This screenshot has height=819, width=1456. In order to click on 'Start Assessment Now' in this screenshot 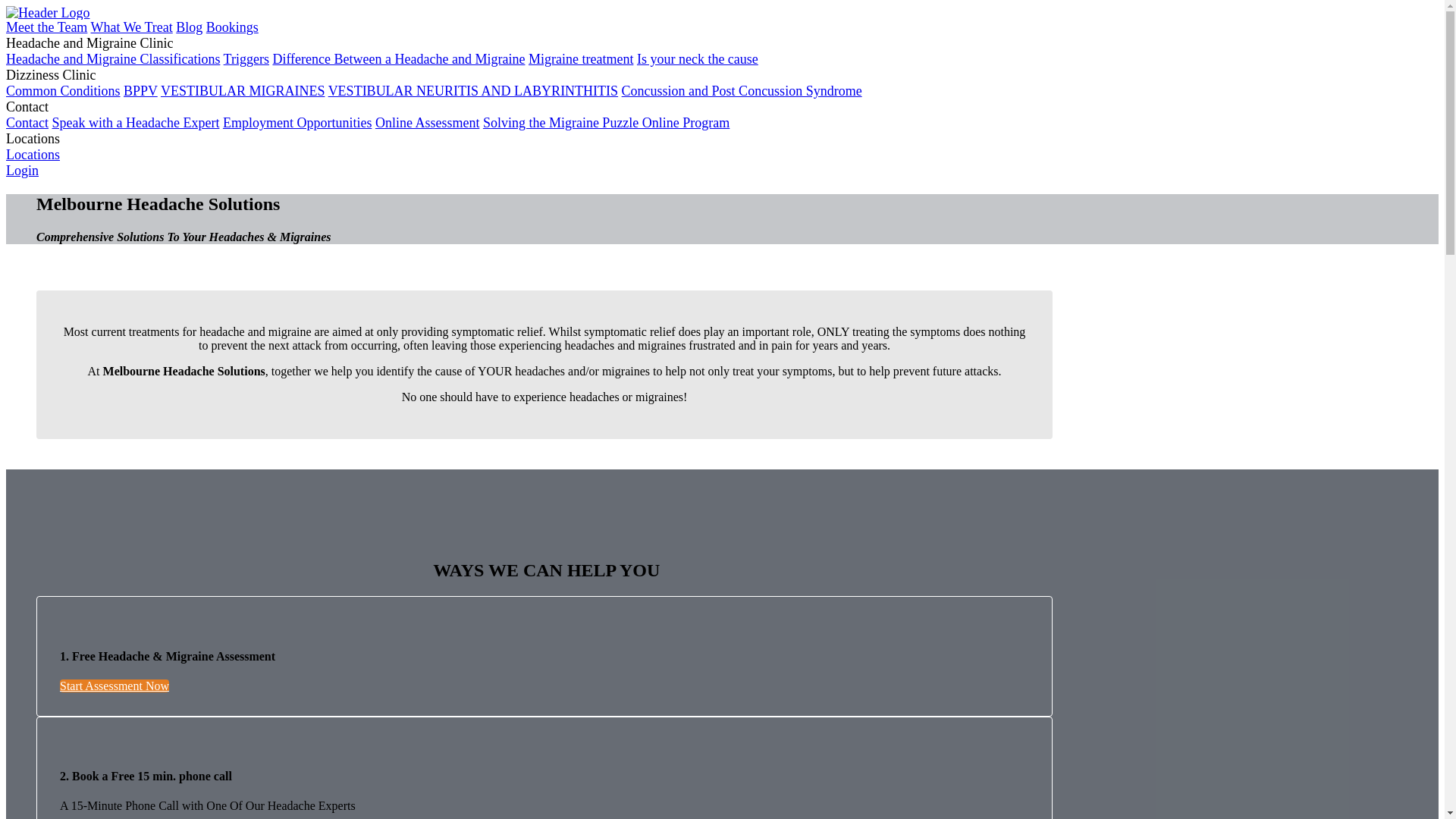, I will do `click(113, 686)`.